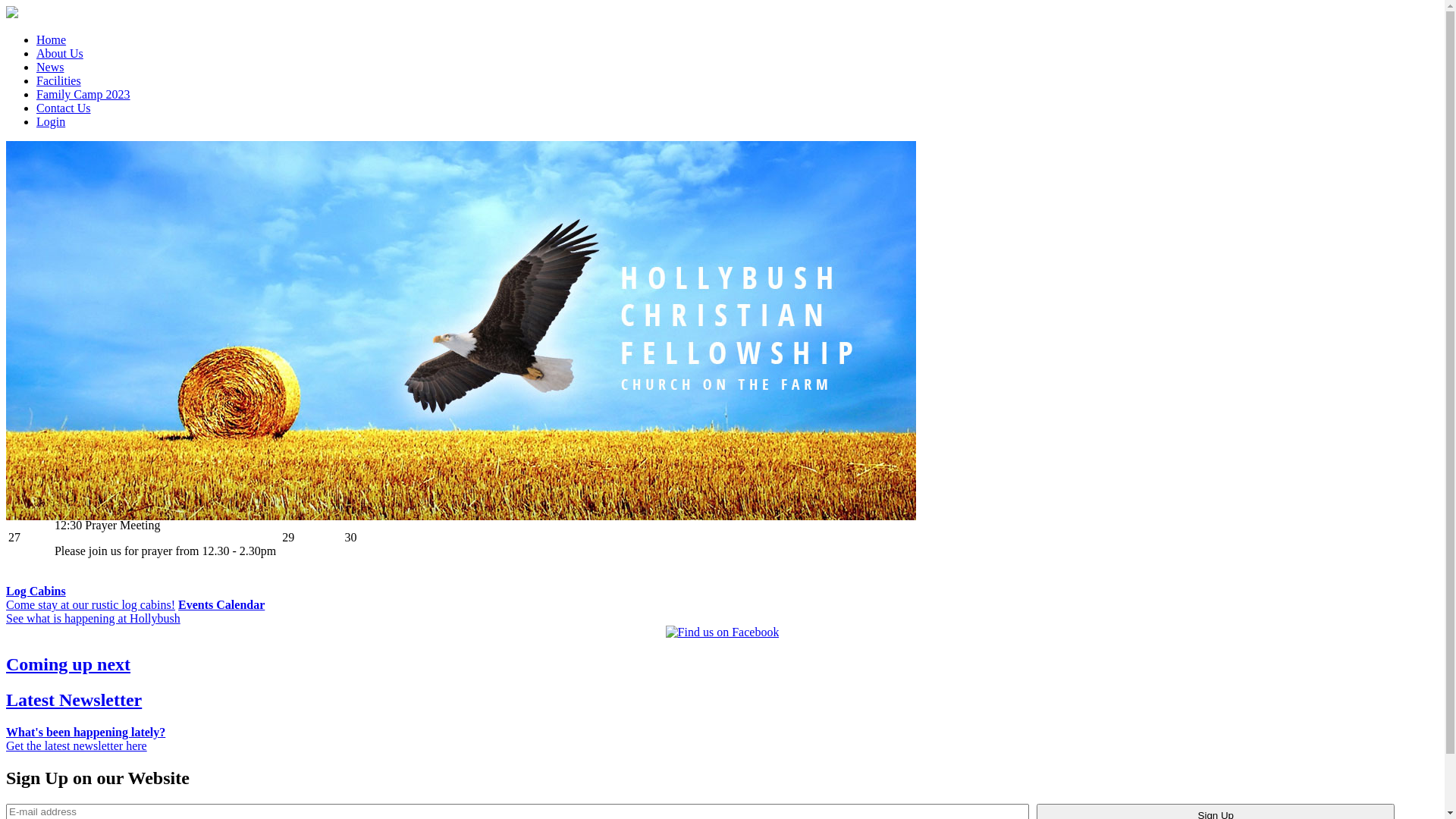 The width and height of the screenshot is (1456, 819). I want to click on 'Login', so click(51, 121).